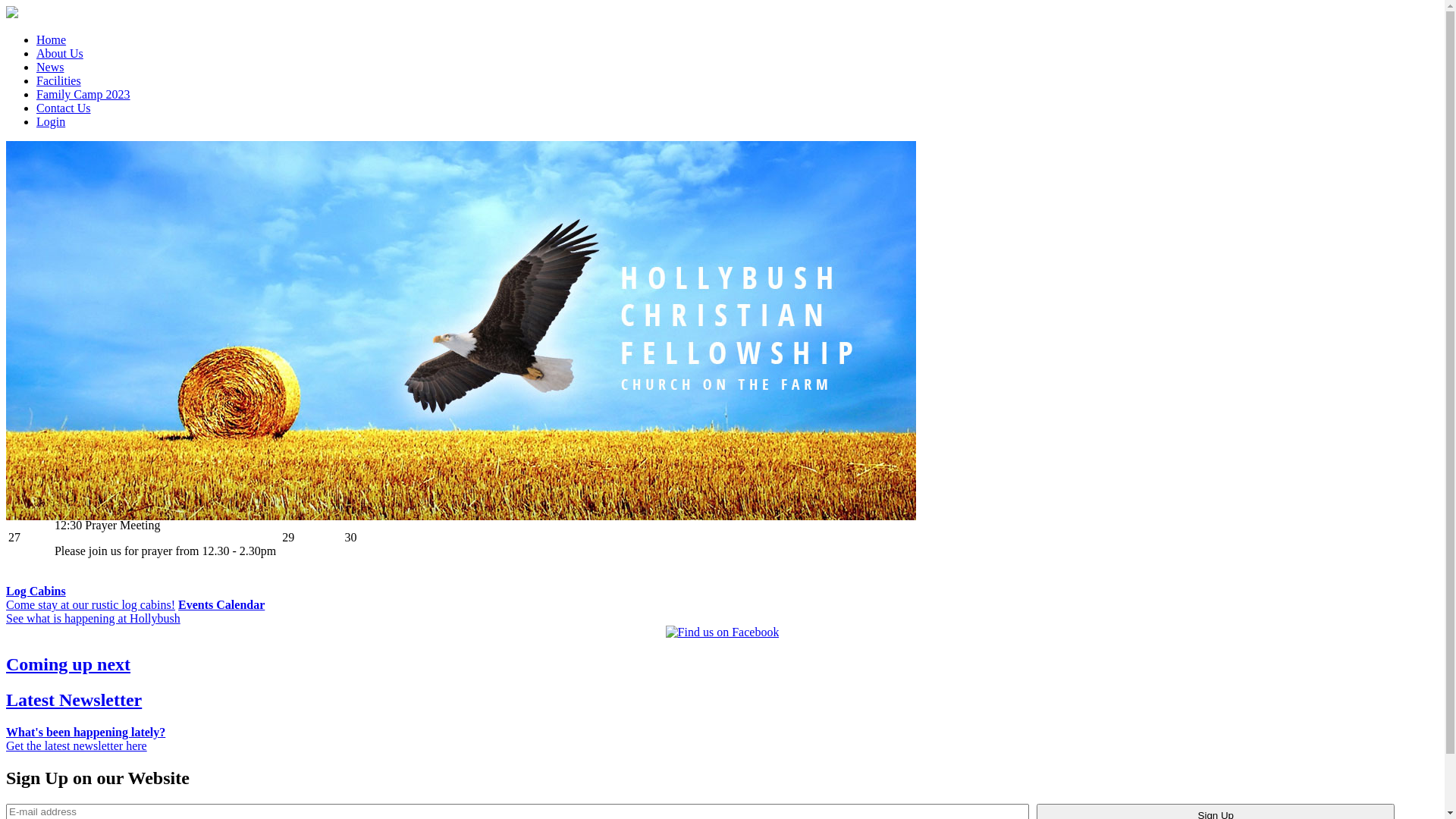 The width and height of the screenshot is (1456, 819). I want to click on 'Login', so click(51, 121).